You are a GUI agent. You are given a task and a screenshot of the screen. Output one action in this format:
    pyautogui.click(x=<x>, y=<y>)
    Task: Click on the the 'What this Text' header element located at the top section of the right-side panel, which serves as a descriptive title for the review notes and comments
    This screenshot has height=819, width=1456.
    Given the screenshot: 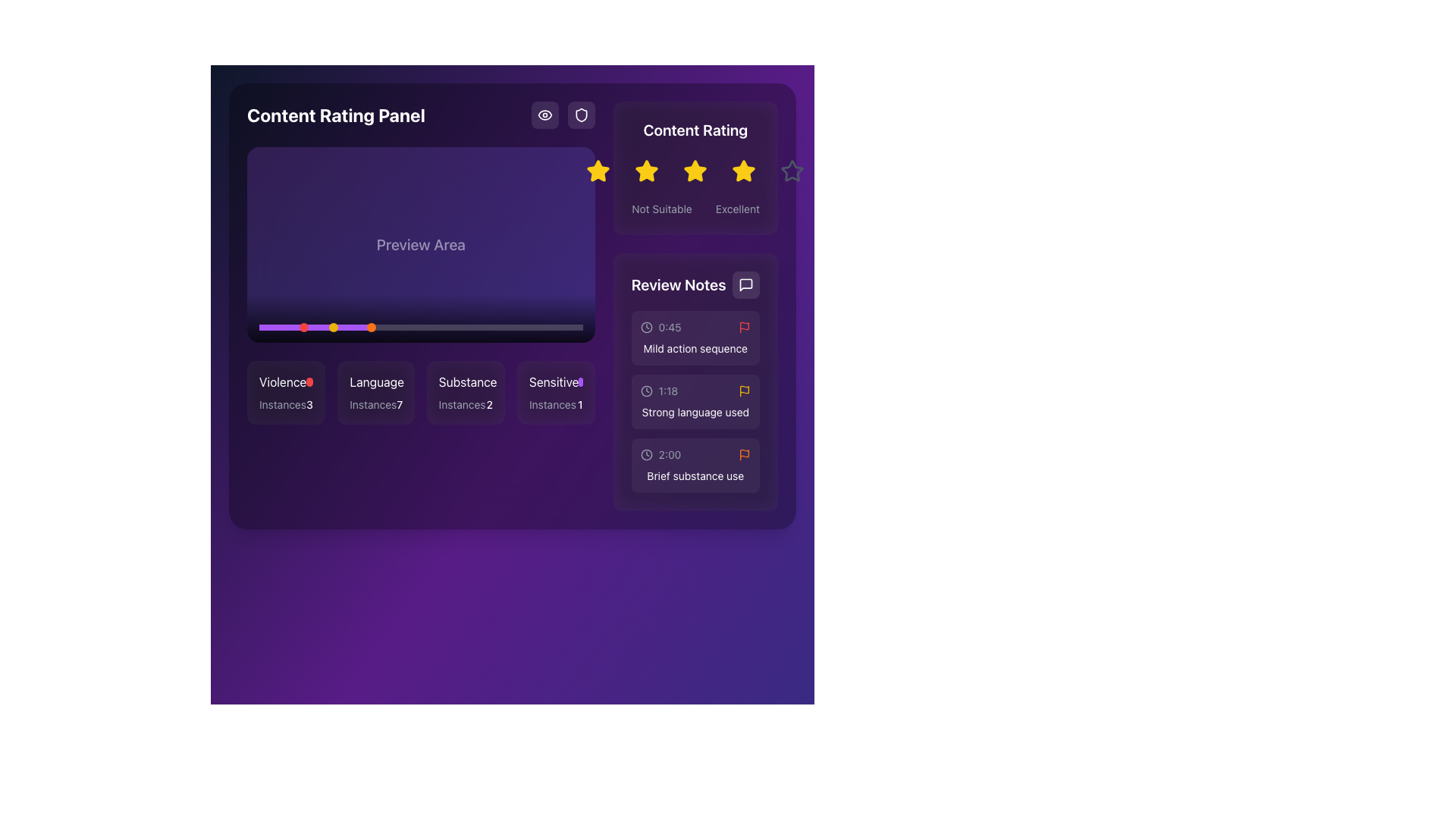 What is the action you would take?
    pyautogui.click(x=695, y=284)
    